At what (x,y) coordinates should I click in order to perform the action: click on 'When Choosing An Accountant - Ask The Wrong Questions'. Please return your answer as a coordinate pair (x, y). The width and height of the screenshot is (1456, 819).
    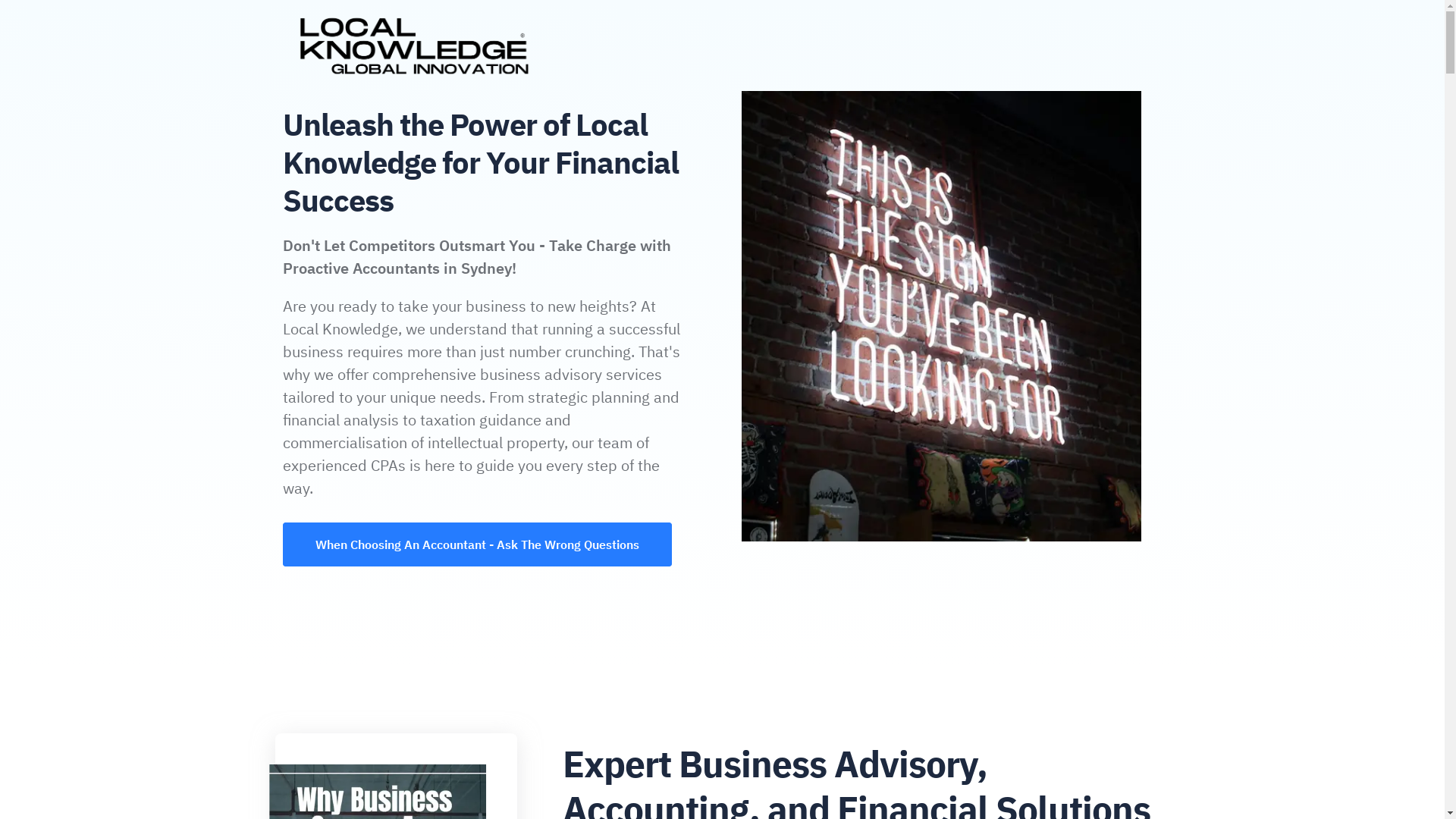
    Looking at the image, I should click on (476, 543).